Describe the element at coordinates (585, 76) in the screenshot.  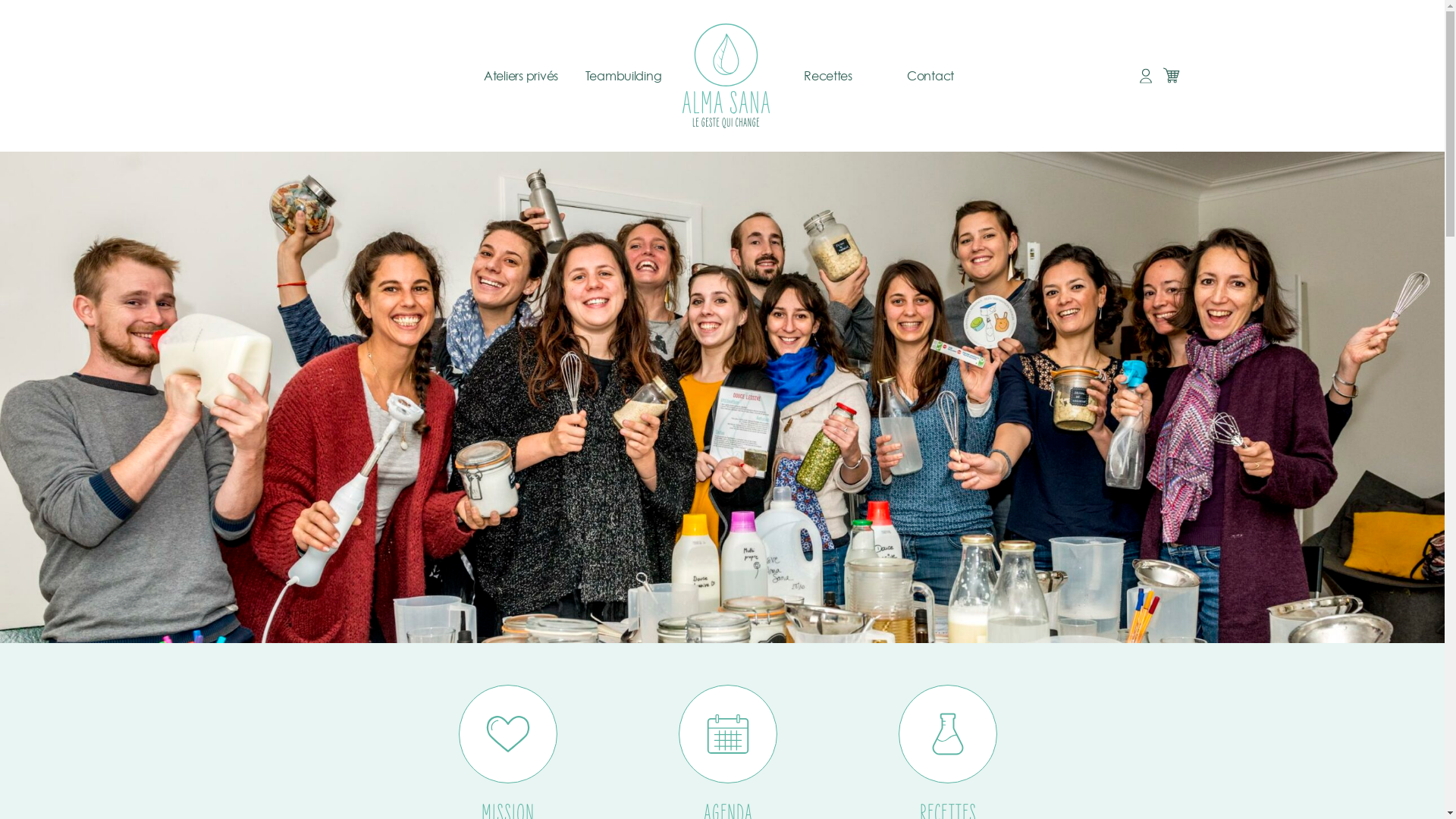
I see `'Teambuilding'` at that location.